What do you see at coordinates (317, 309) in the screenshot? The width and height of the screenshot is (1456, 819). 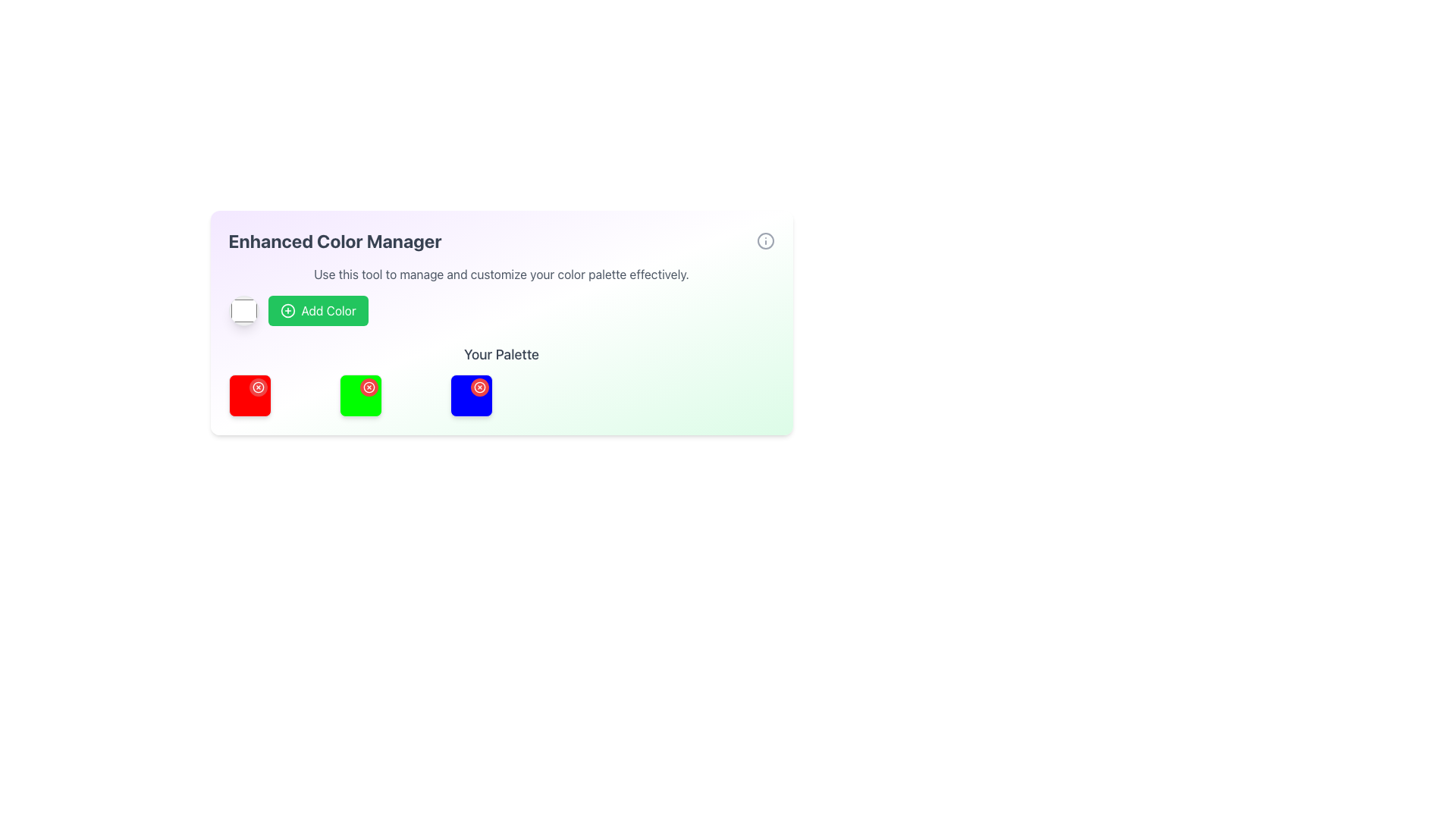 I see `the 'Add Color' button, which is a rectangular button with a green background and rounded edges, containing white text and a plus icon, located towards the top-left of the interface` at bounding box center [317, 309].